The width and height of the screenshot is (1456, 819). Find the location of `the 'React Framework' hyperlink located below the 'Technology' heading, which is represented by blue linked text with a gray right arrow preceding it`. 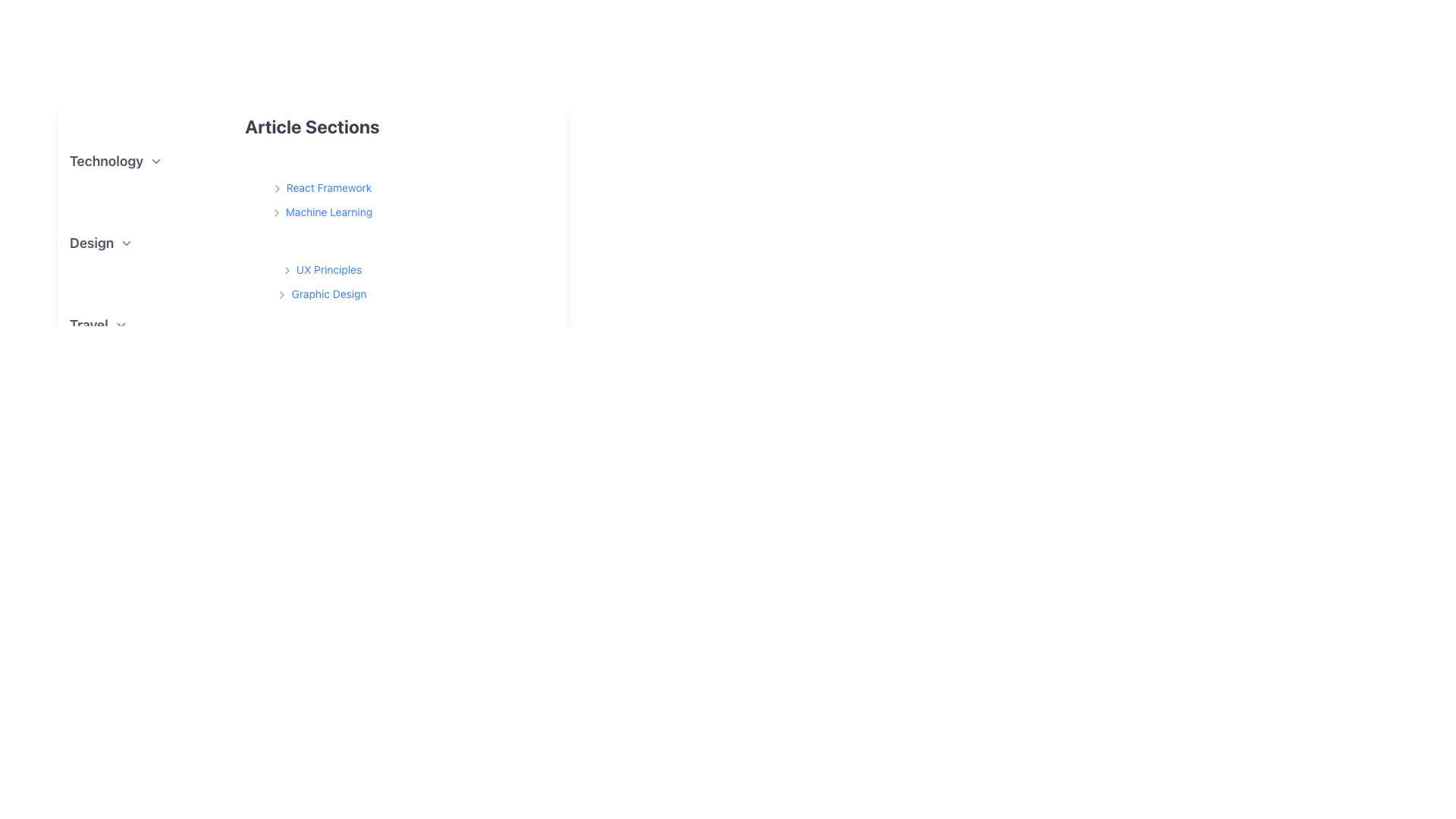

the 'React Framework' hyperlink located below the 'Technology' heading, which is represented by blue linked text with a gray right arrow preceding it is located at coordinates (320, 198).